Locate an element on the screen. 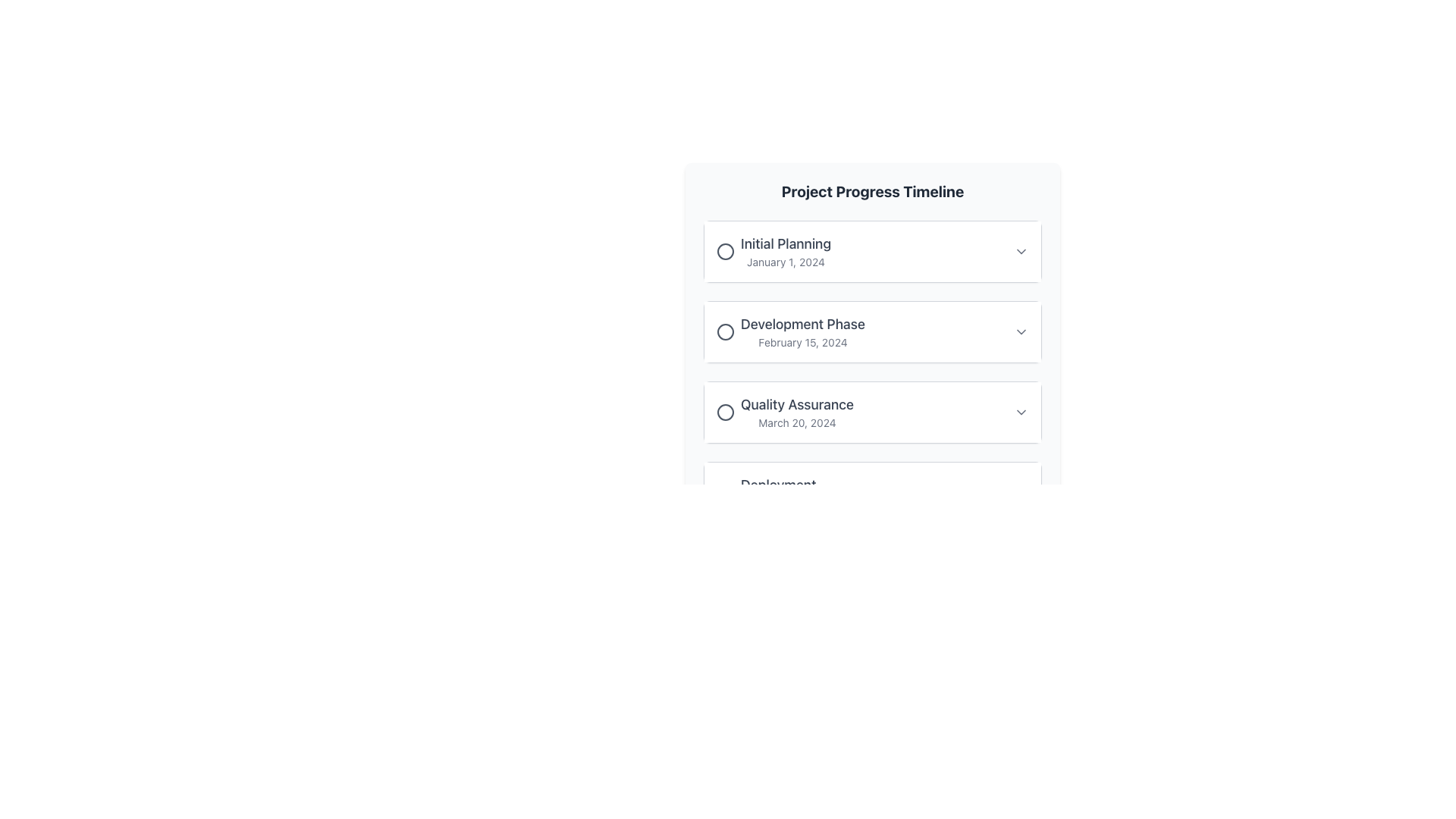  the 'Initial Planning' timeline entry in the 'Project Progress Timeline' section is located at coordinates (873, 250).